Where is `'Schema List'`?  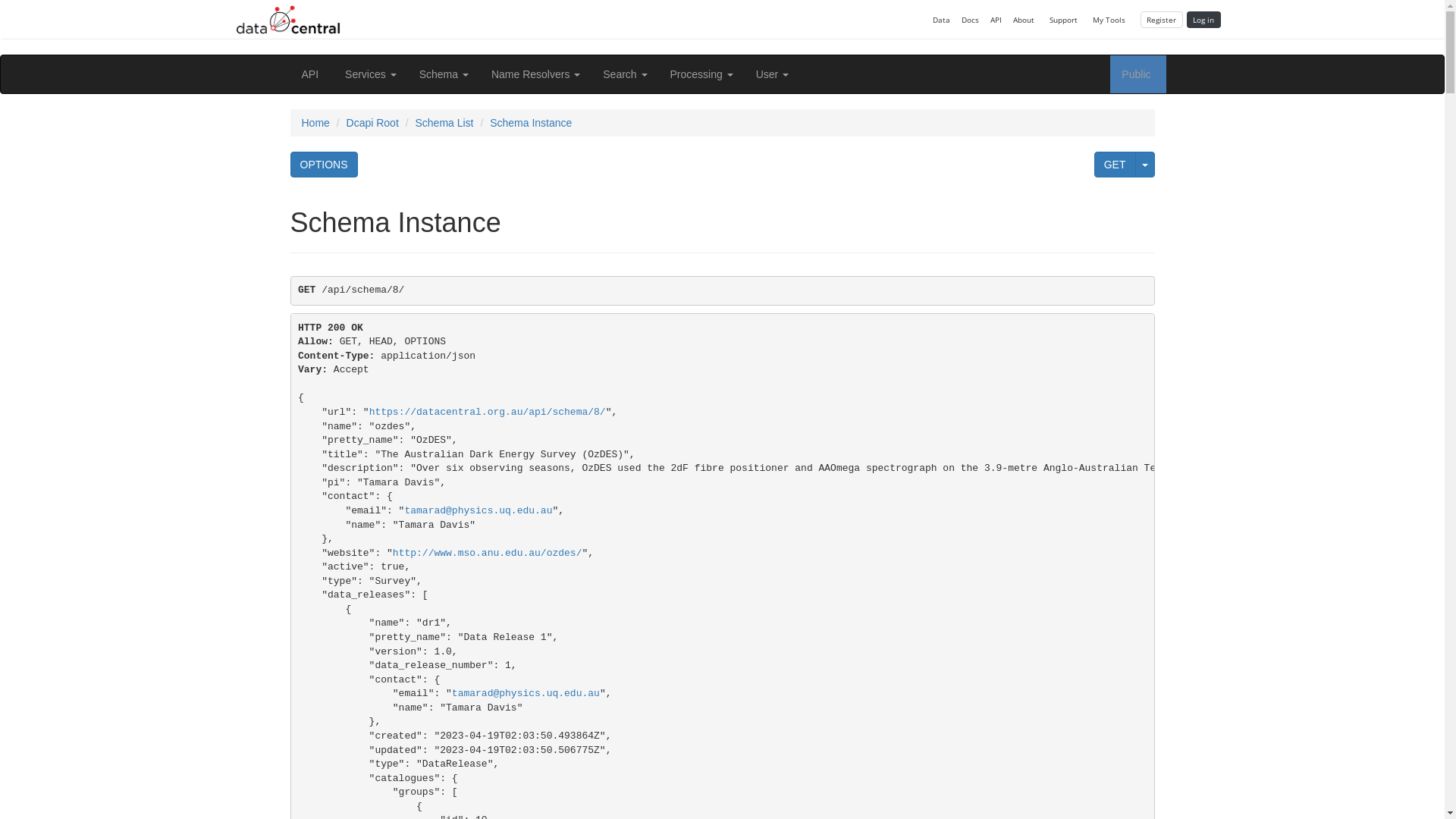 'Schema List' is located at coordinates (443, 122).